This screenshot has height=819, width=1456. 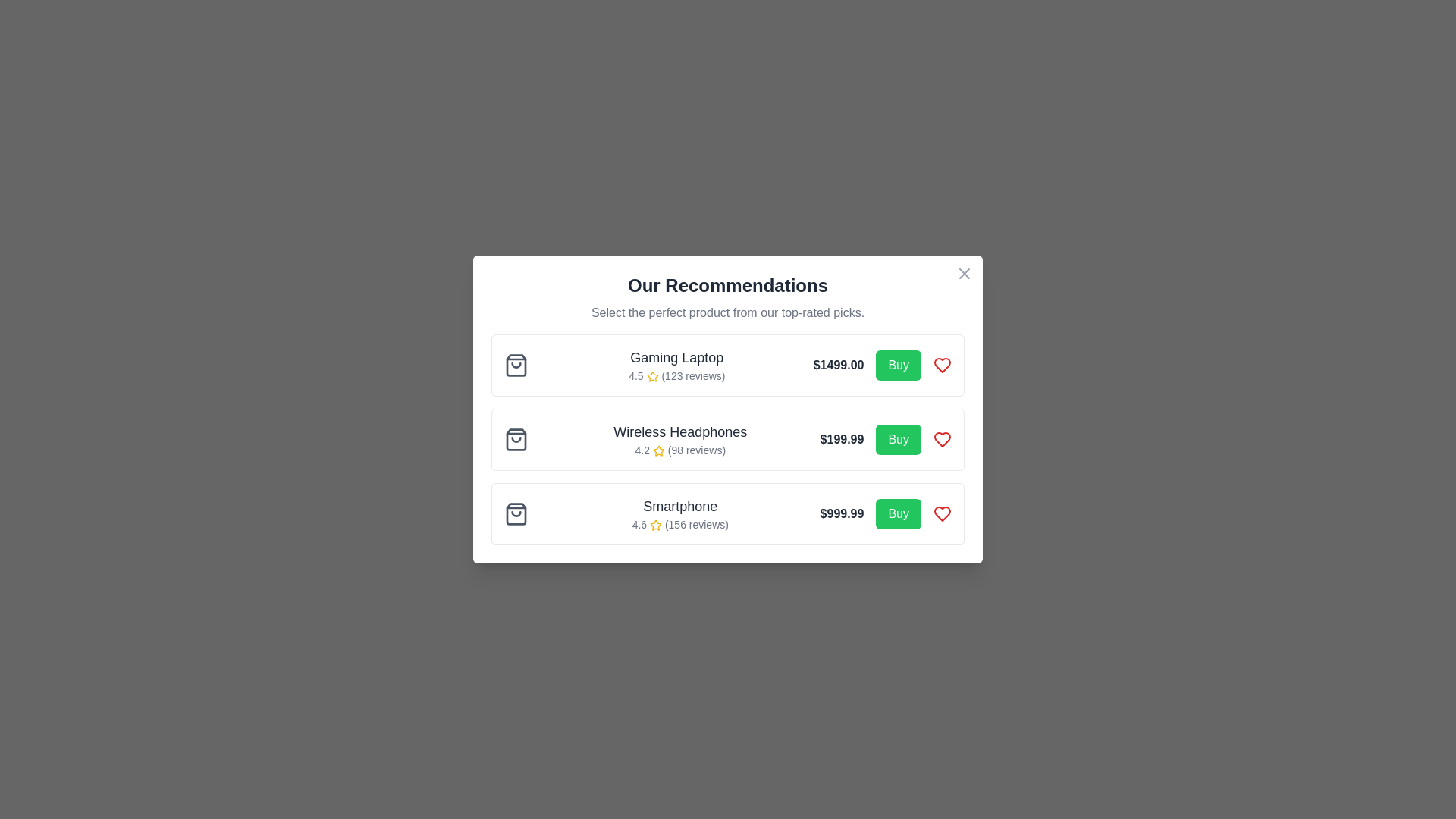 I want to click on the close or dismiss icon located in the top-right corner of the white rectangular dialog window, so click(x=964, y=274).